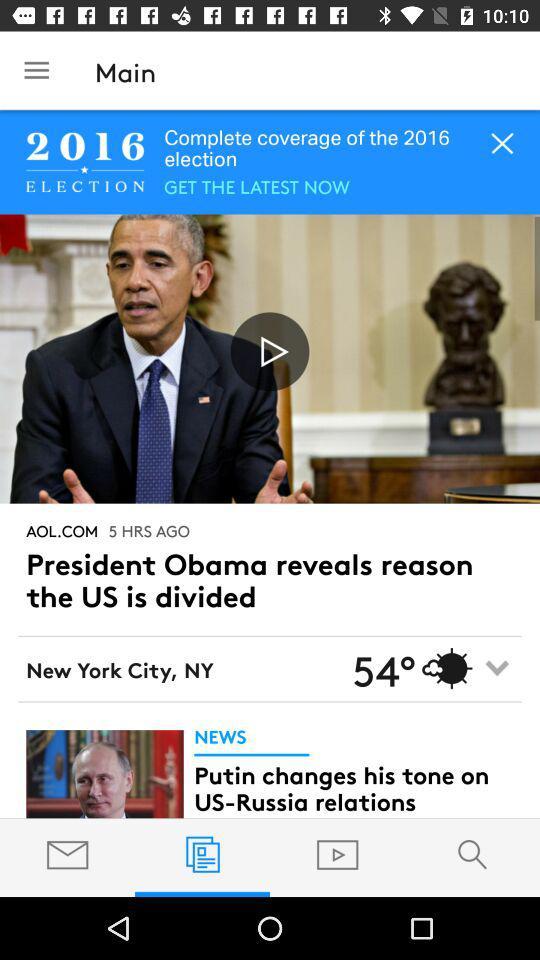 The image size is (540, 960). Describe the element at coordinates (501, 144) in the screenshot. I see `the close icon` at that location.